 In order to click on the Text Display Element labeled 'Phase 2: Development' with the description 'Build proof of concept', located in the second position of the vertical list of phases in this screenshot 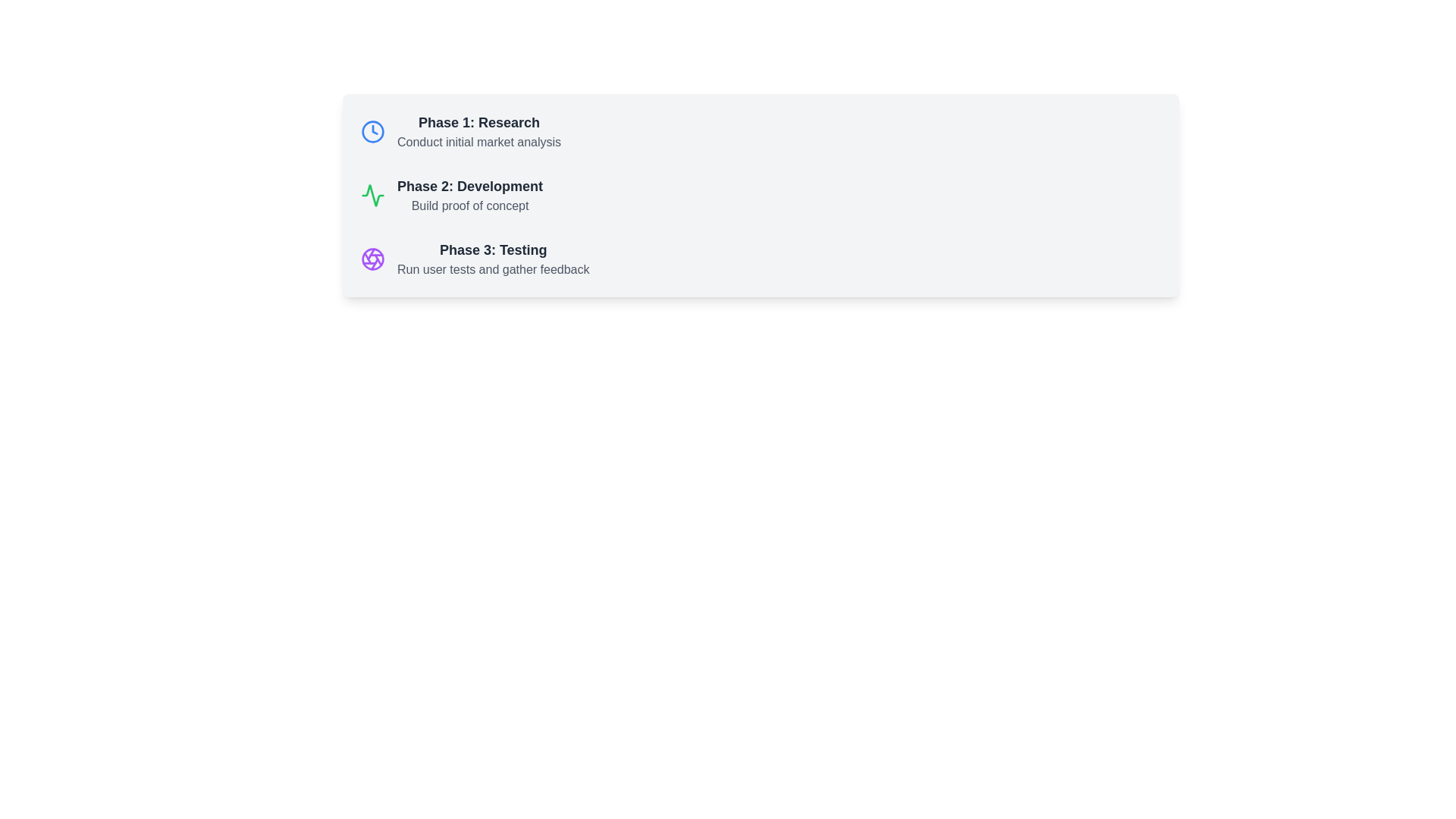, I will do `click(469, 195)`.